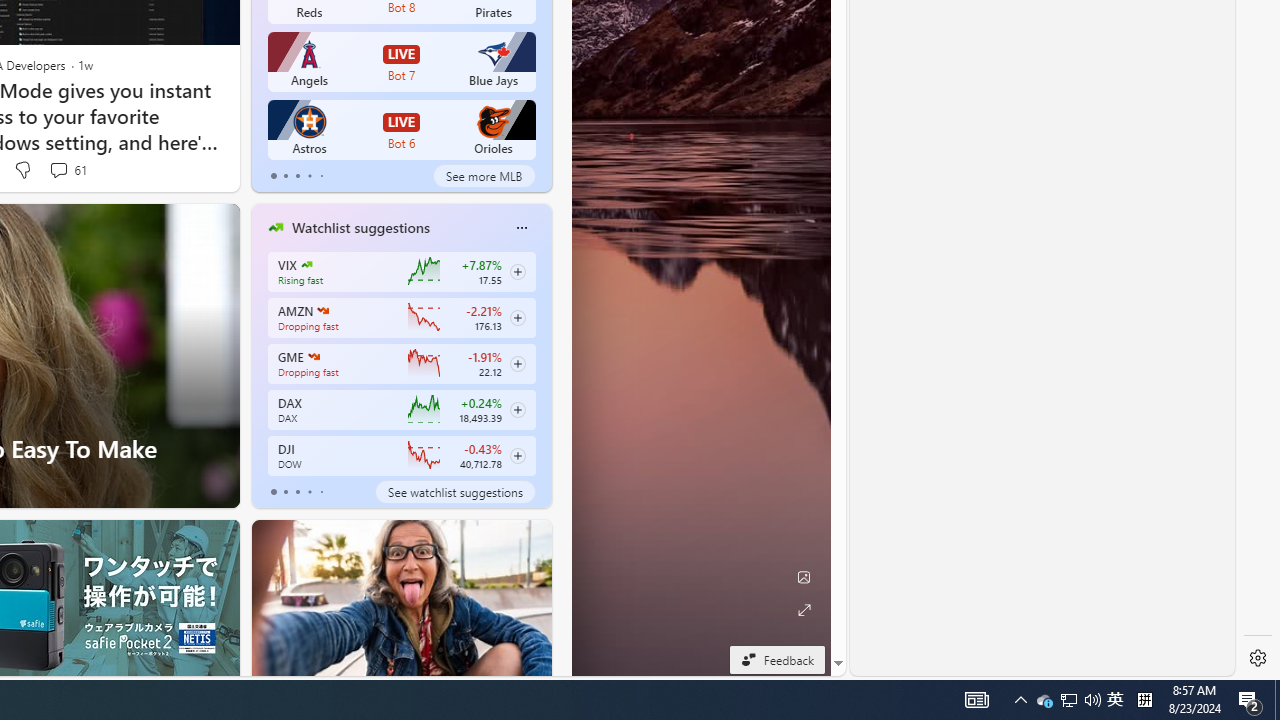 This screenshot has height=720, width=1280. Describe the element at coordinates (400, 129) in the screenshot. I see `'Astros LIVE Bot 6 Orioles'` at that location.